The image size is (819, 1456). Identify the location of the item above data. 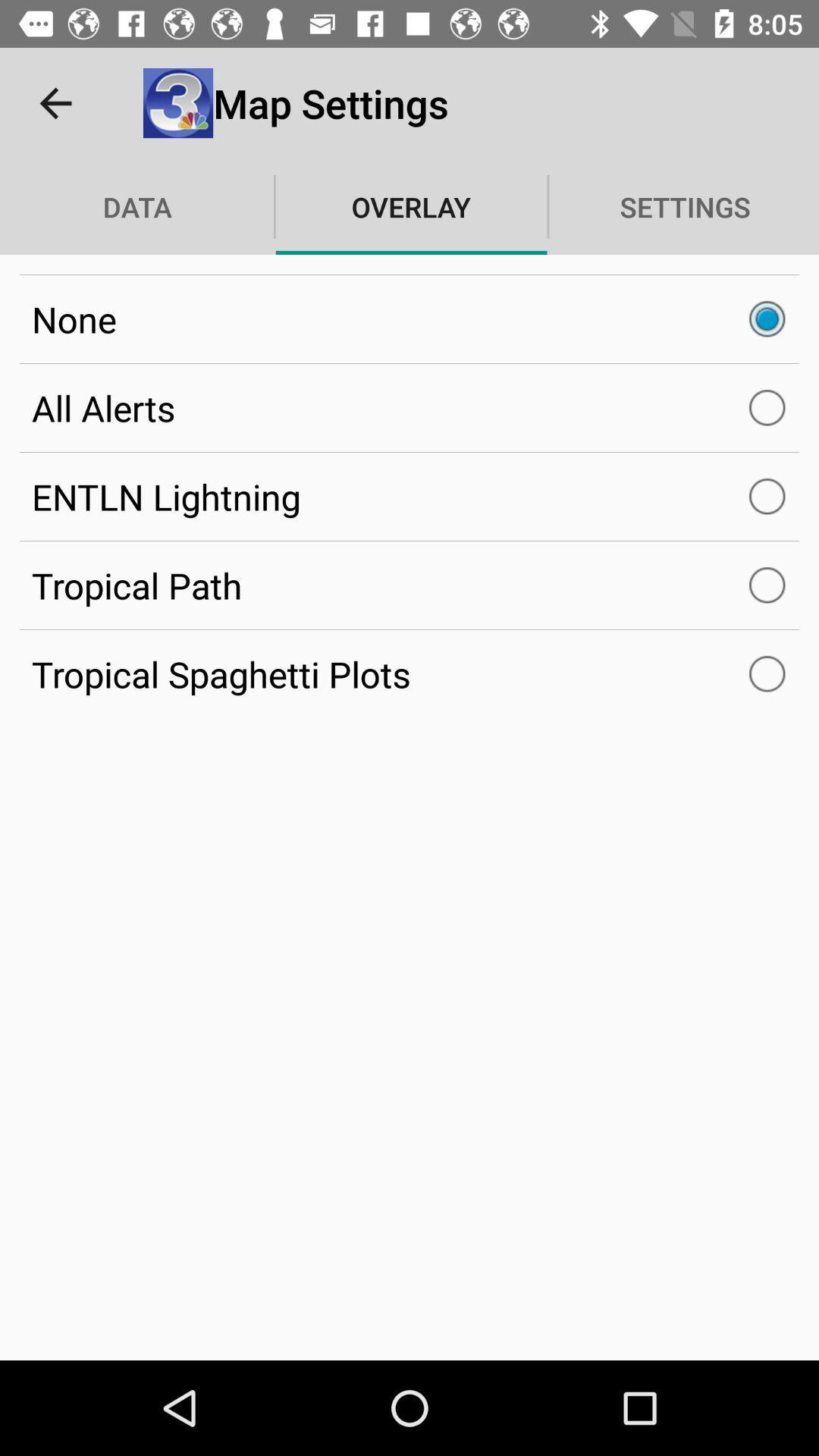
(55, 102).